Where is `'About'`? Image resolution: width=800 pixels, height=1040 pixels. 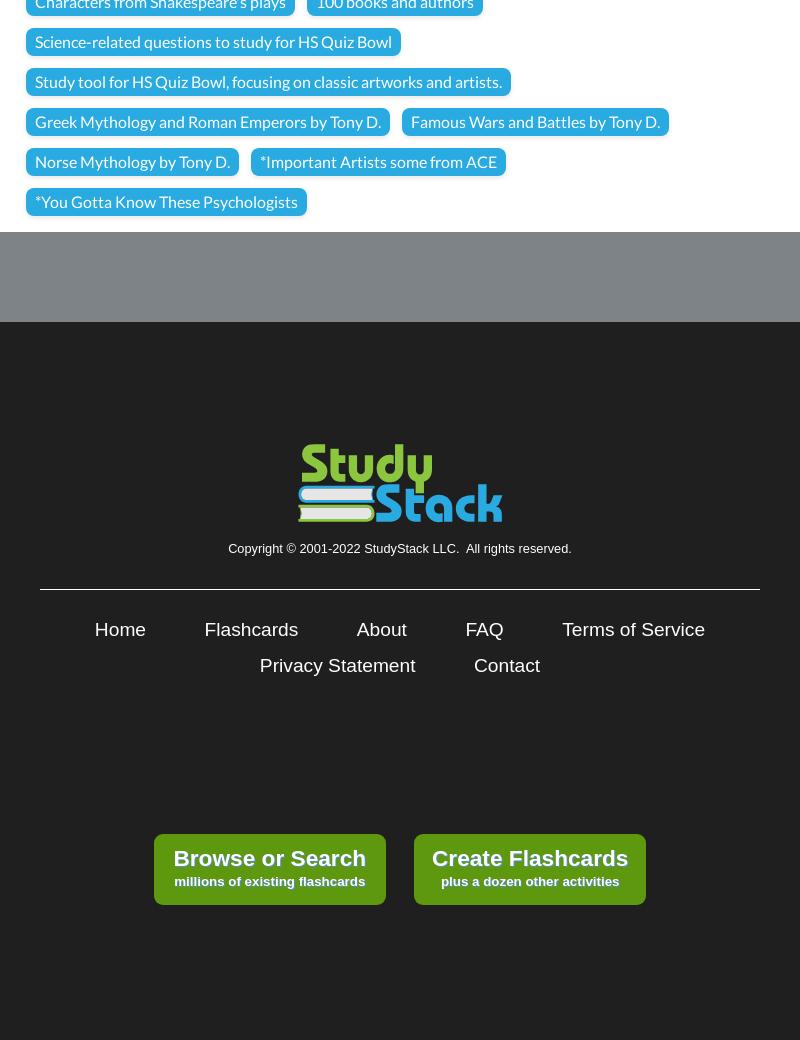 'About' is located at coordinates (379, 628).